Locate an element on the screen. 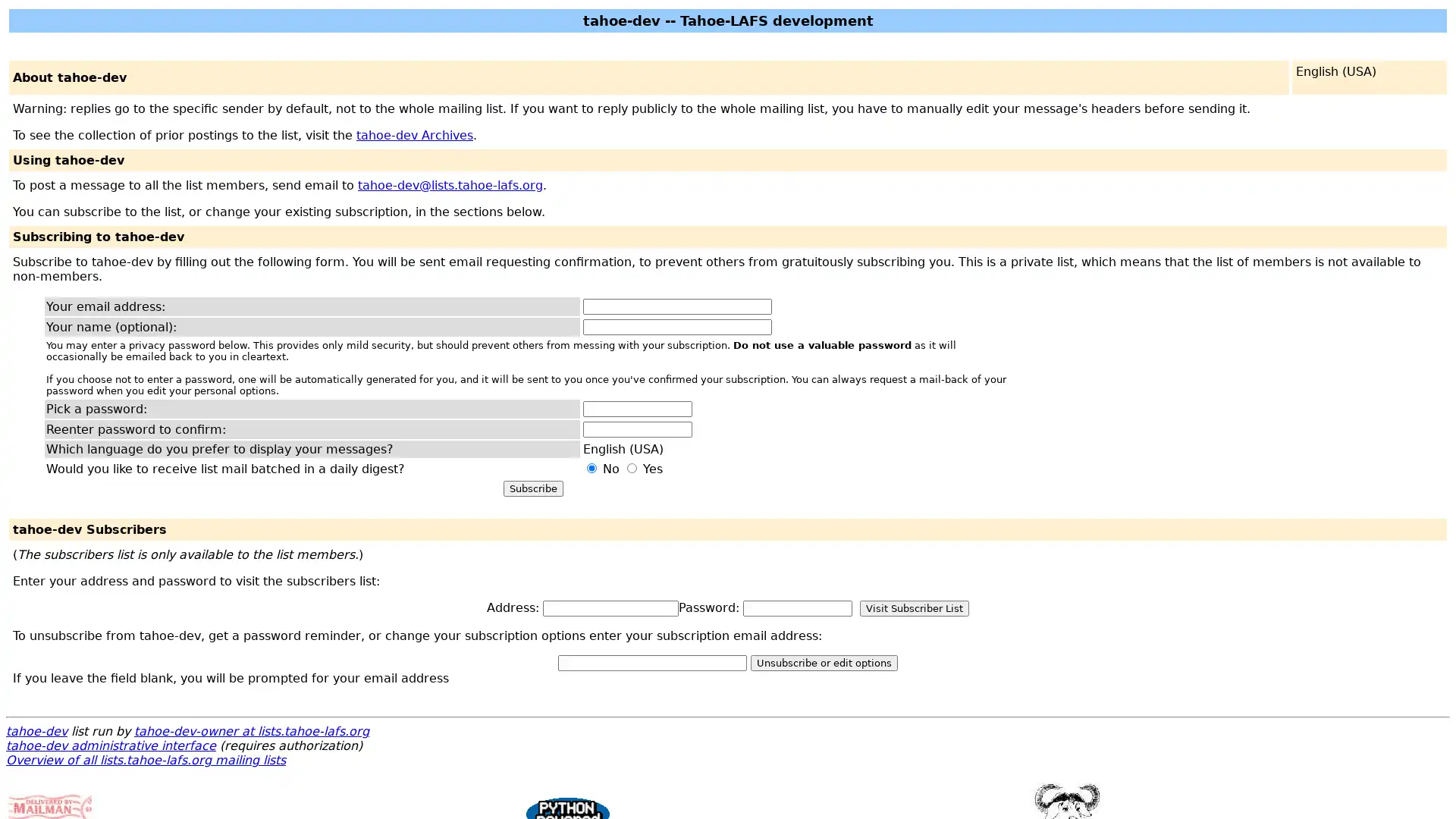 This screenshot has width=1456, height=819. Subscribe is located at coordinates (532, 488).